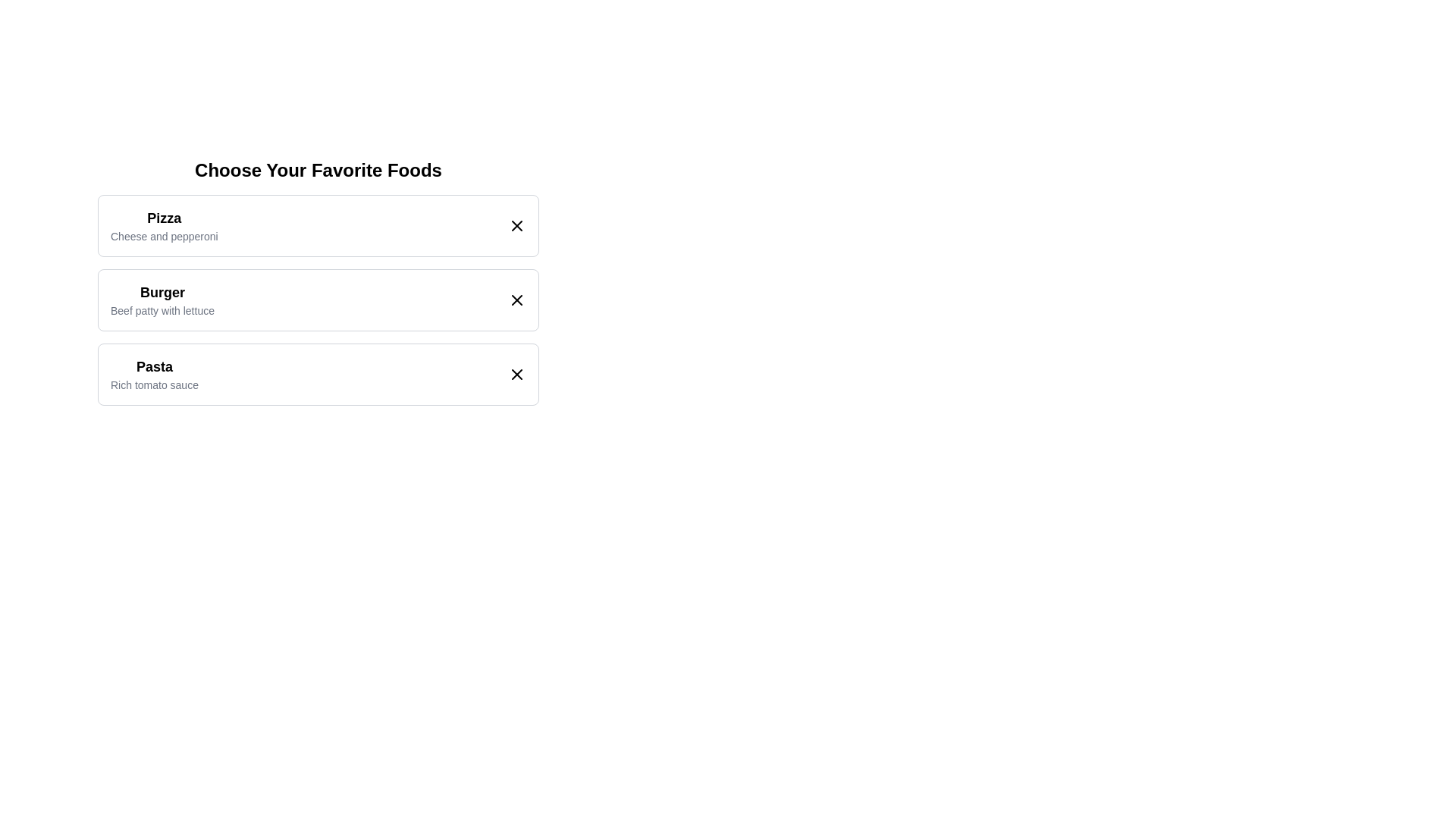  Describe the element at coordinates (318, 281) in the screenshot. I see `the second selectable item in the list, which represents the 'Burger' option` at that location.